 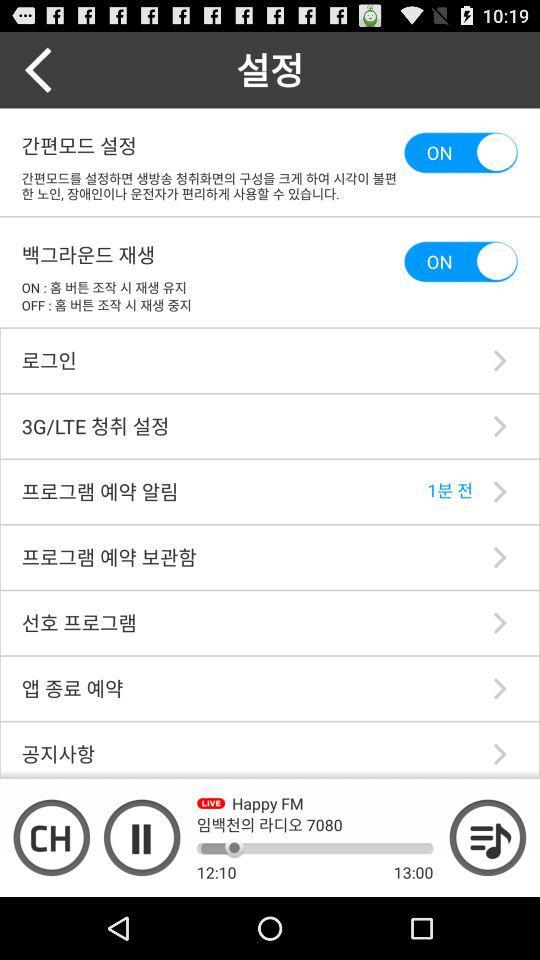 I want to click on the pause icon, so click(x=141, y=895).